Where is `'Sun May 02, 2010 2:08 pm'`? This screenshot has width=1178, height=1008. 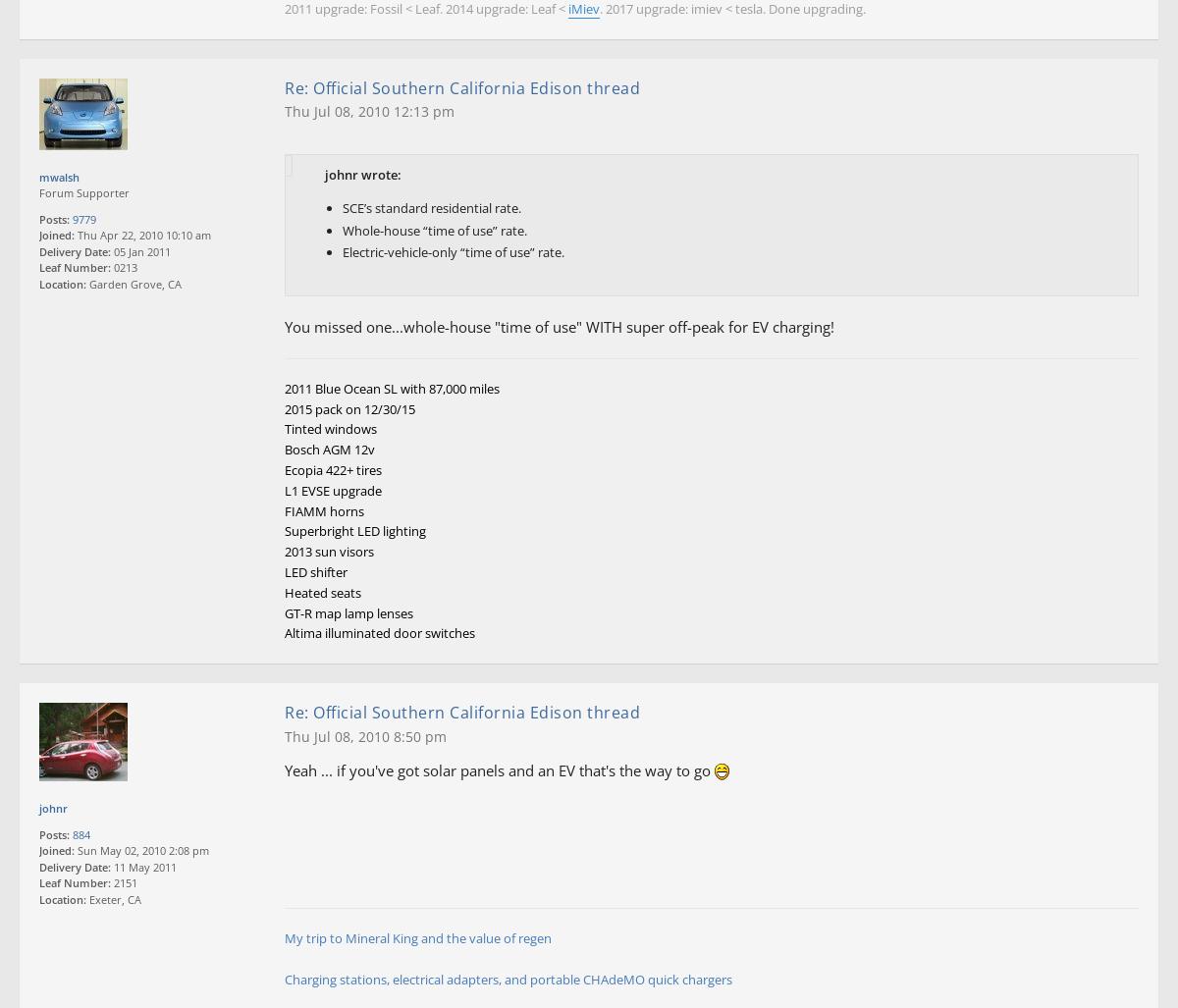
'Sun May 02, 2010 2:08 pm' is located at coordinates (141, 849).